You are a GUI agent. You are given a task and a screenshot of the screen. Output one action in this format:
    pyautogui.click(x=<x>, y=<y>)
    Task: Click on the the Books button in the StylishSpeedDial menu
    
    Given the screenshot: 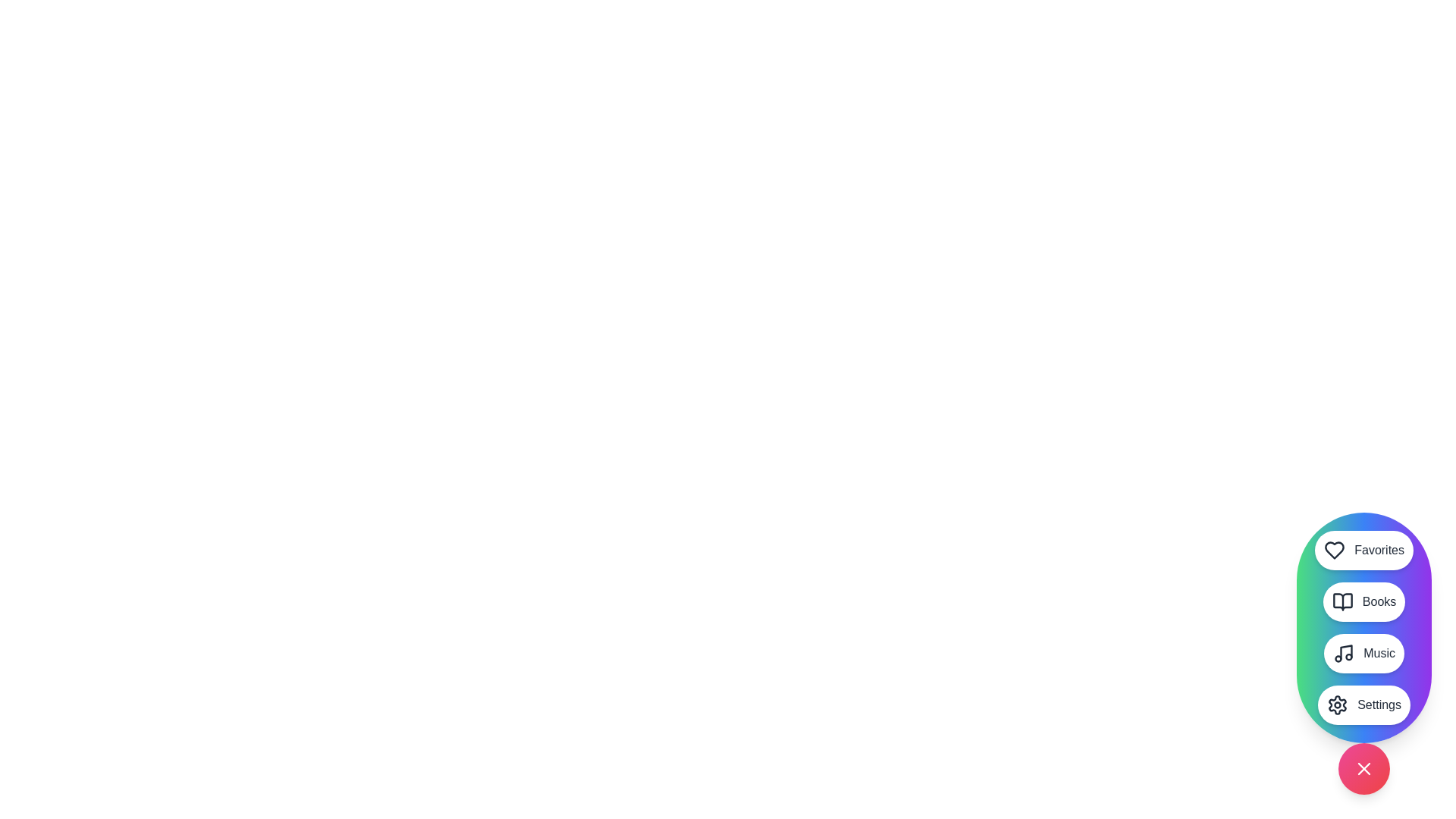 What is the action you would take?
    pyautogui.click(x=1364, y=601)
    